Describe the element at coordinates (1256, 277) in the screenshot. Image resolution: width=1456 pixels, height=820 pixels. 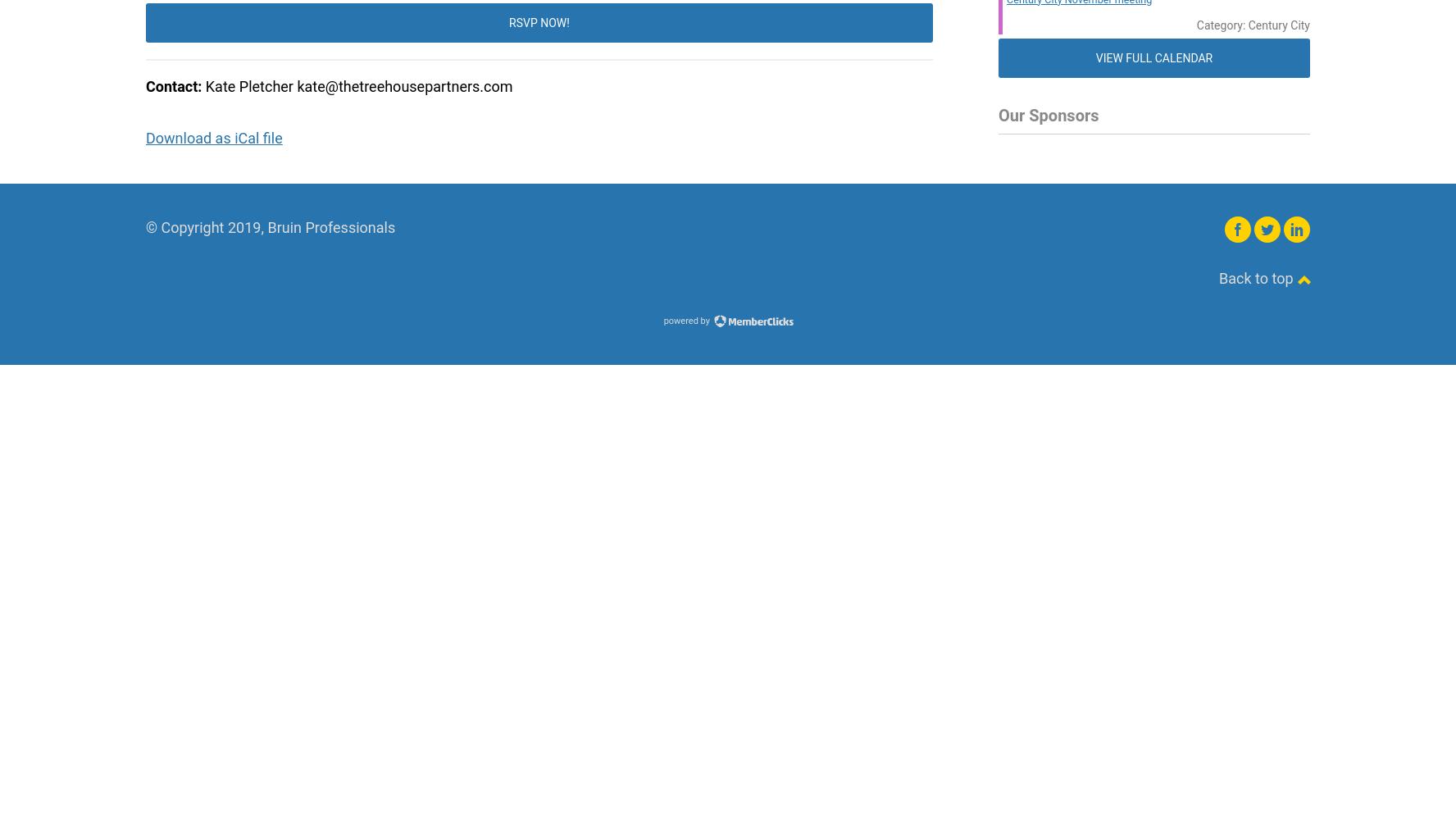
I see `'Back to top'` at that location.